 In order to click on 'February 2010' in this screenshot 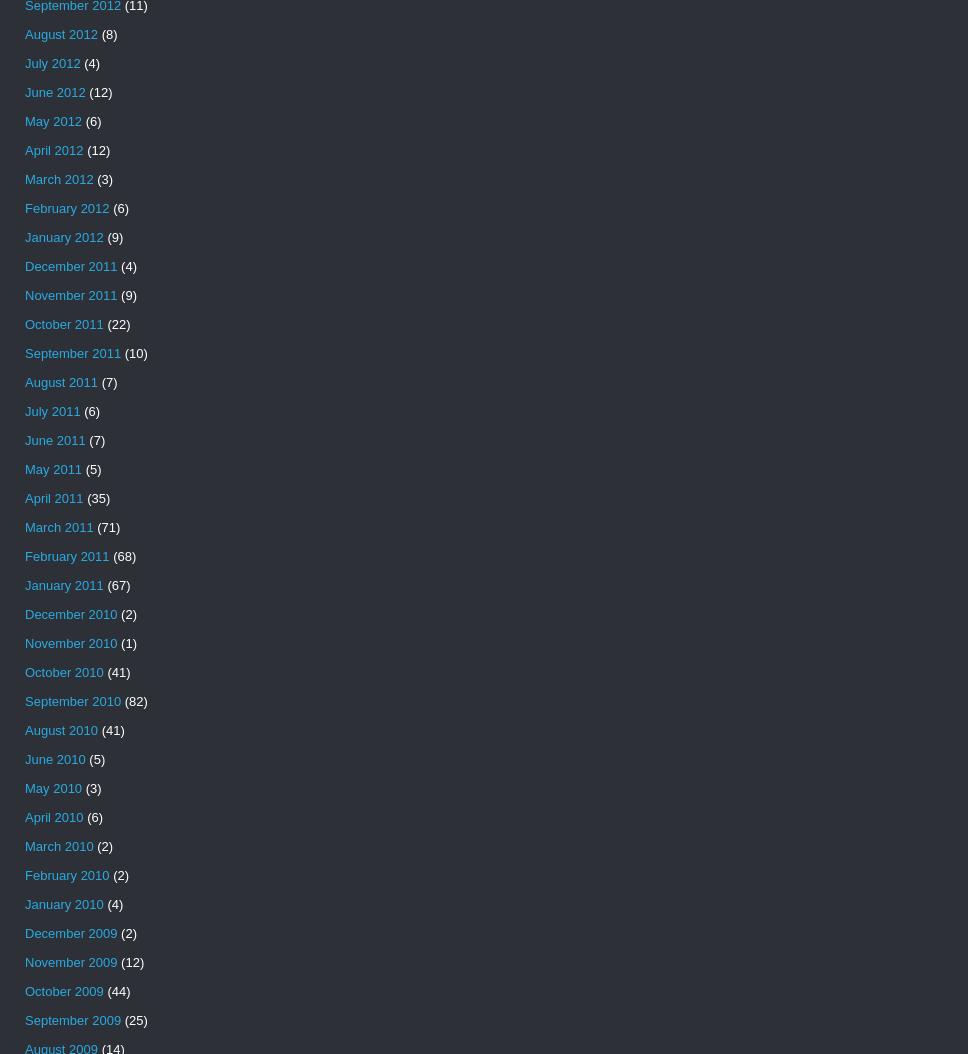, I will do `click(65, 875)`.